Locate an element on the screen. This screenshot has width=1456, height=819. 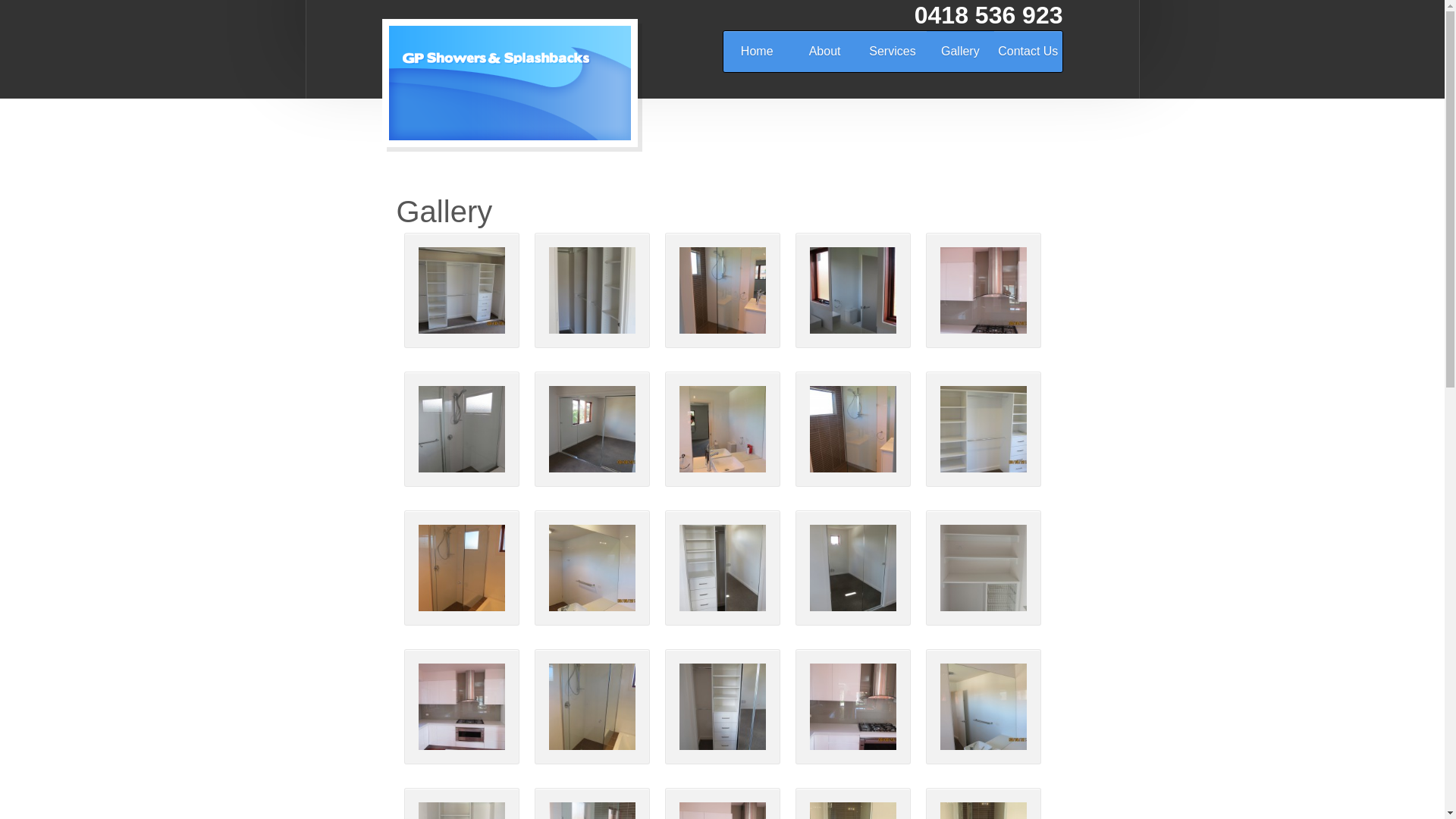
'Services' is located at coordinates (892, 51).